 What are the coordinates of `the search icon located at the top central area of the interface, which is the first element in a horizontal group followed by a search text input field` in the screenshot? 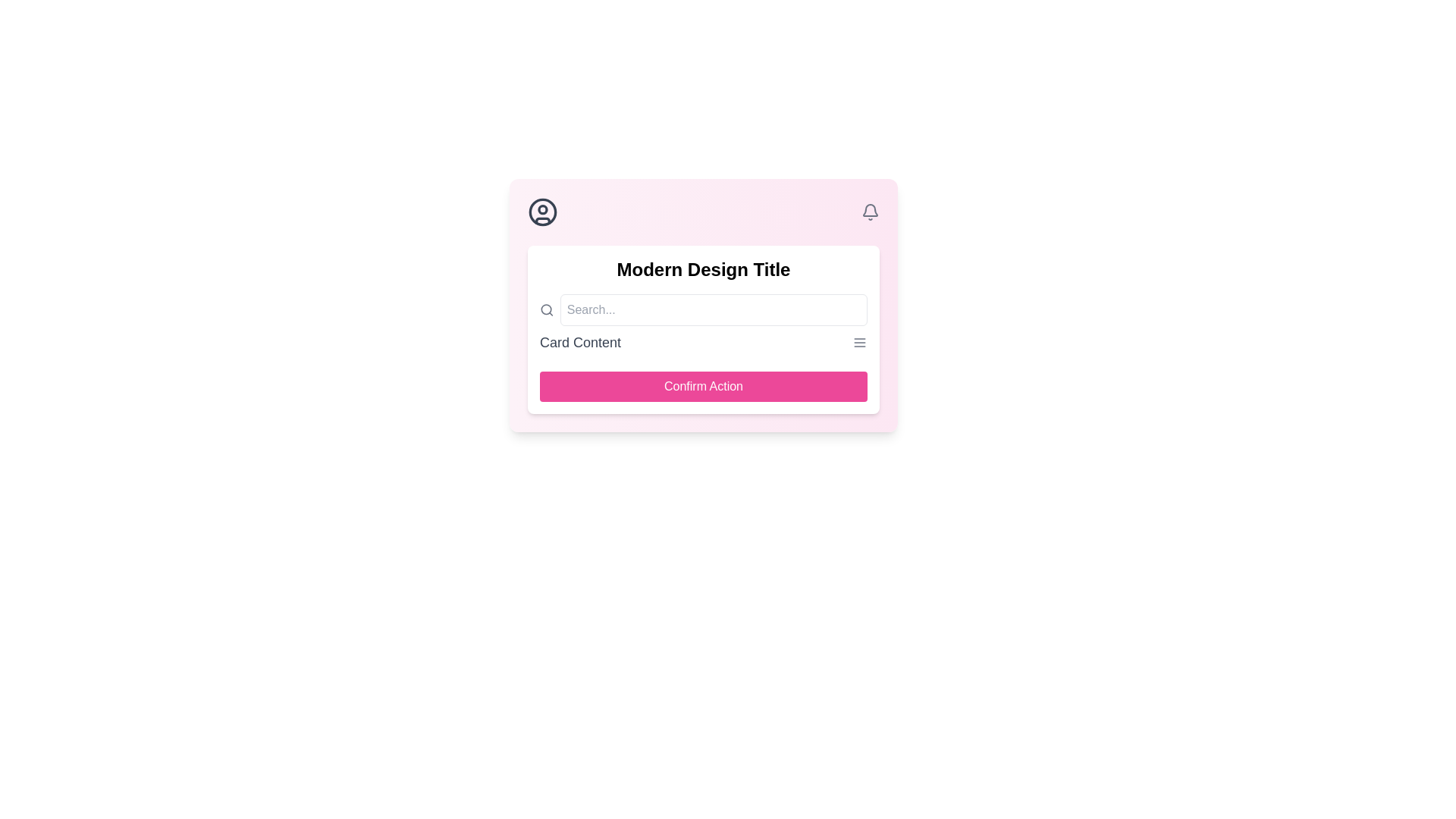 It's located at (546, 309).